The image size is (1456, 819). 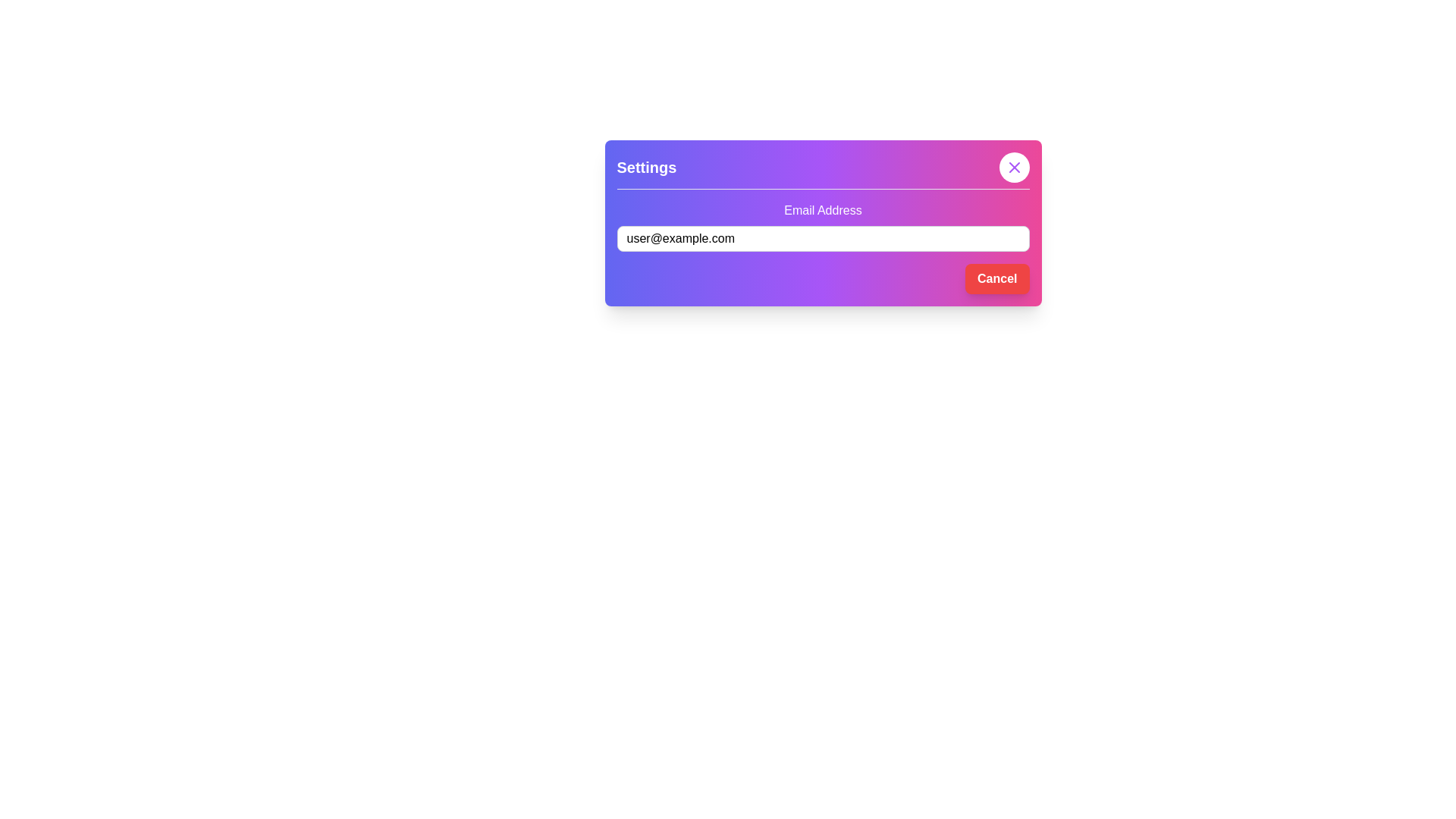 What do you see at coordinates (1014, 167) in the screenshot?
I see `the close button located in the upper-right corner of the 'Settings' modal` at bounding box center [1014, 167].